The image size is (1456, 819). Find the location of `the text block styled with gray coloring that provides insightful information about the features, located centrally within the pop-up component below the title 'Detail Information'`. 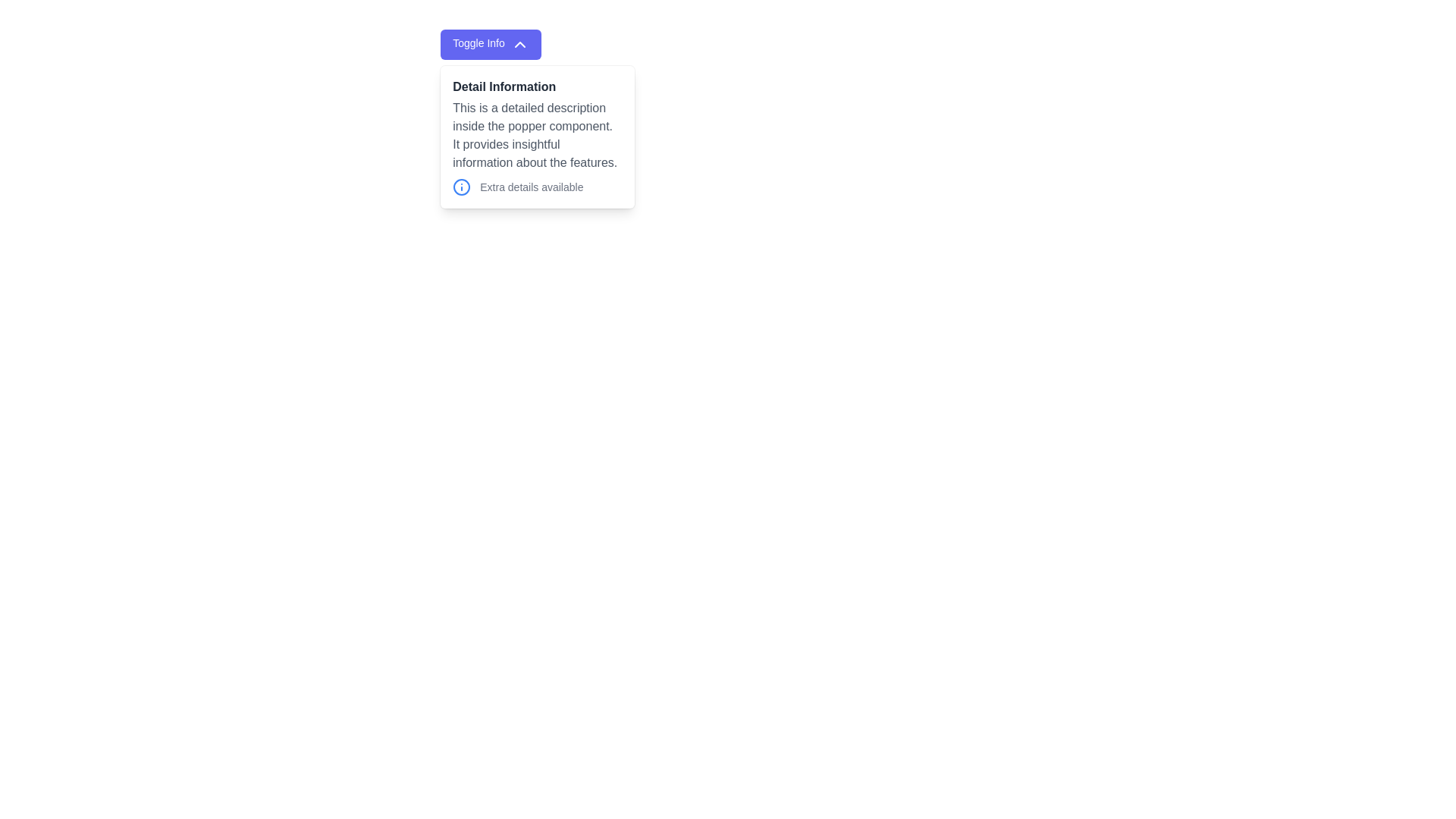

the text block styled with gray coloring that provides insightful information about the features, located centrally within the pop-up component below the title 'Detail Information' is located at coordinates (538, 134).